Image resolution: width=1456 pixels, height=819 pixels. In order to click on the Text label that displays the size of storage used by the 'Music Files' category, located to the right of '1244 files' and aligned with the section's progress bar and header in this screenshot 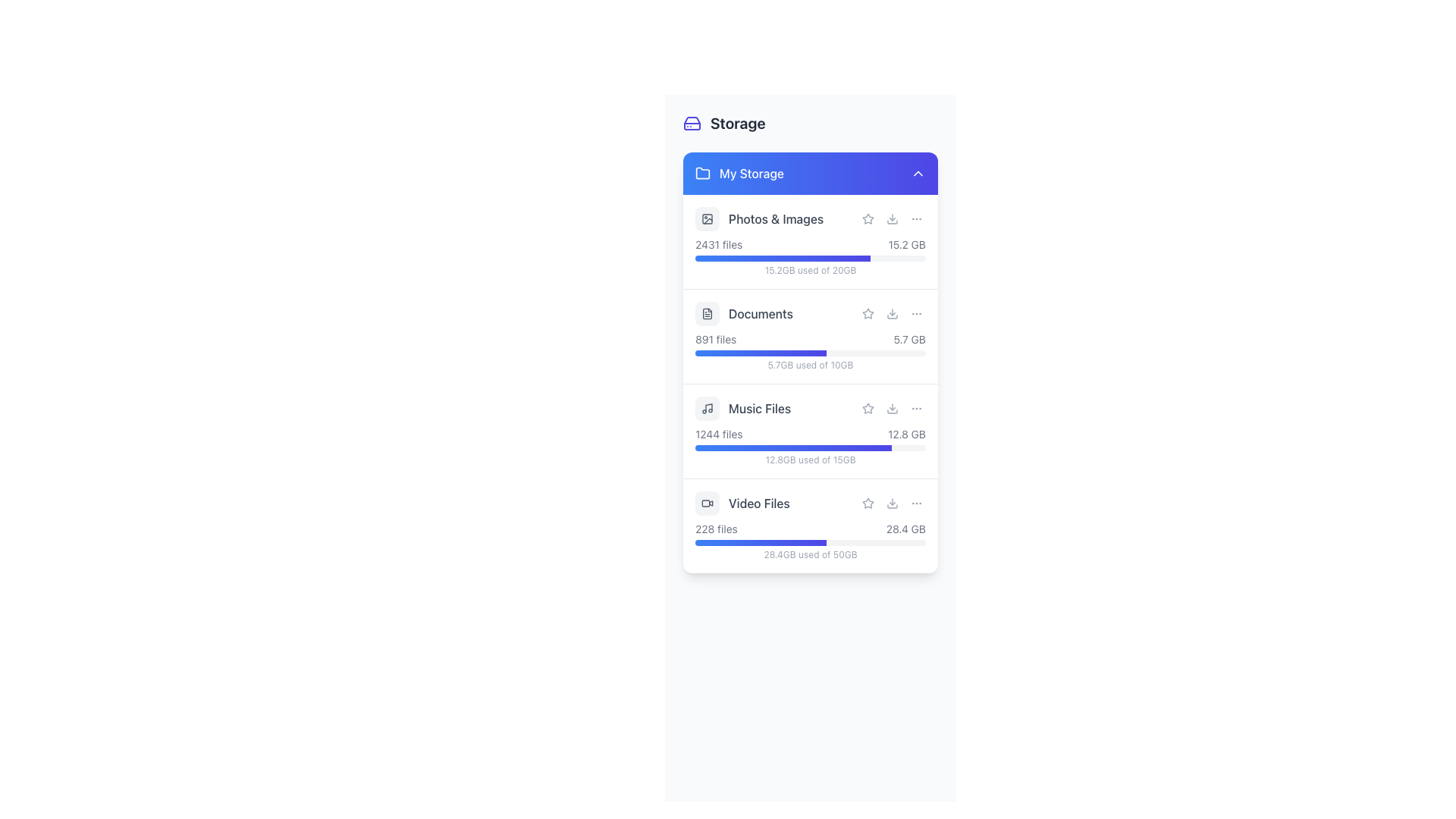, I will do `click(906, 435)`.